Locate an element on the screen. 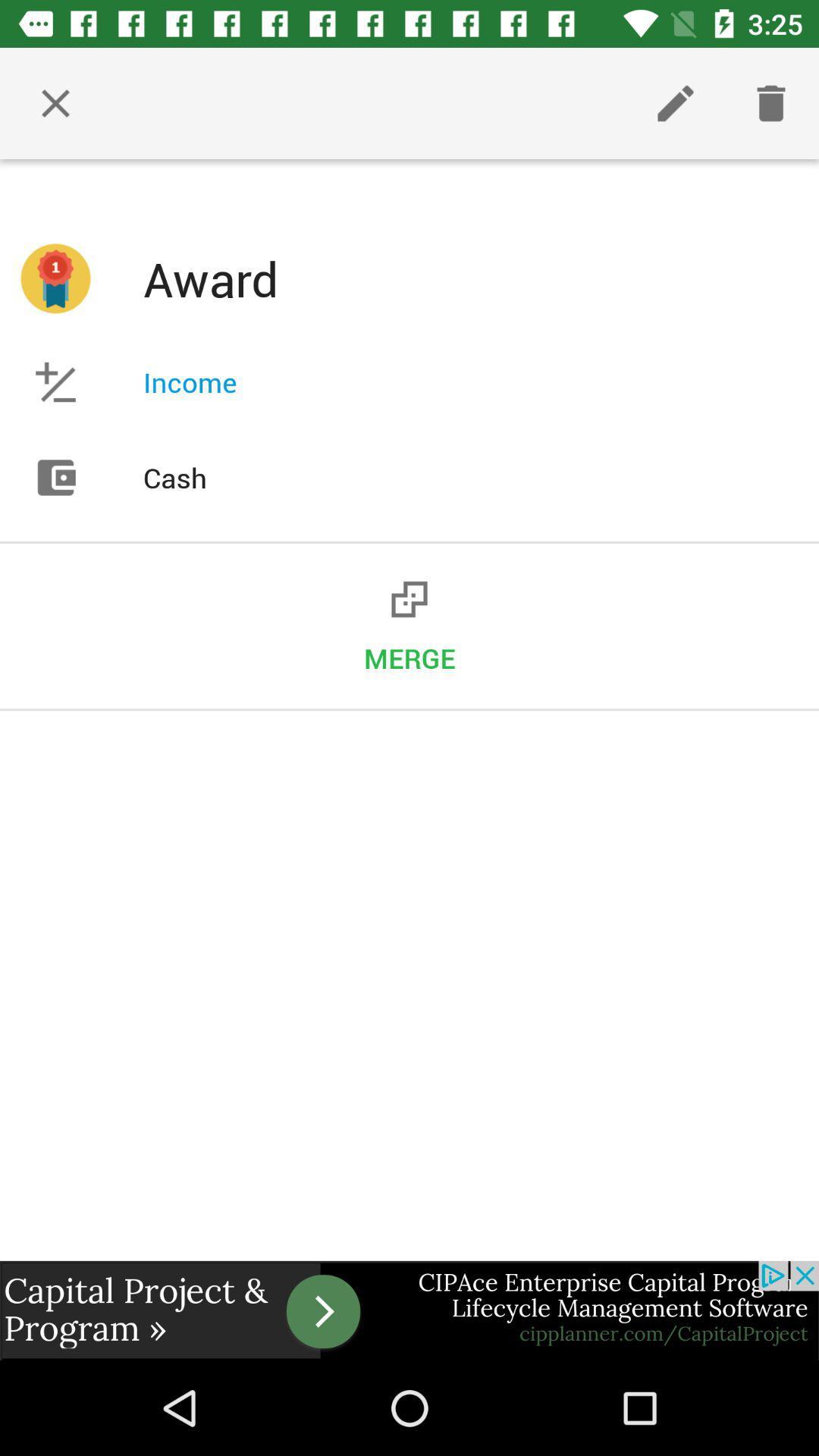 The width and height of the screenshot is (819, 1456). the icon which is before cash is located at coordinates (55, 477).